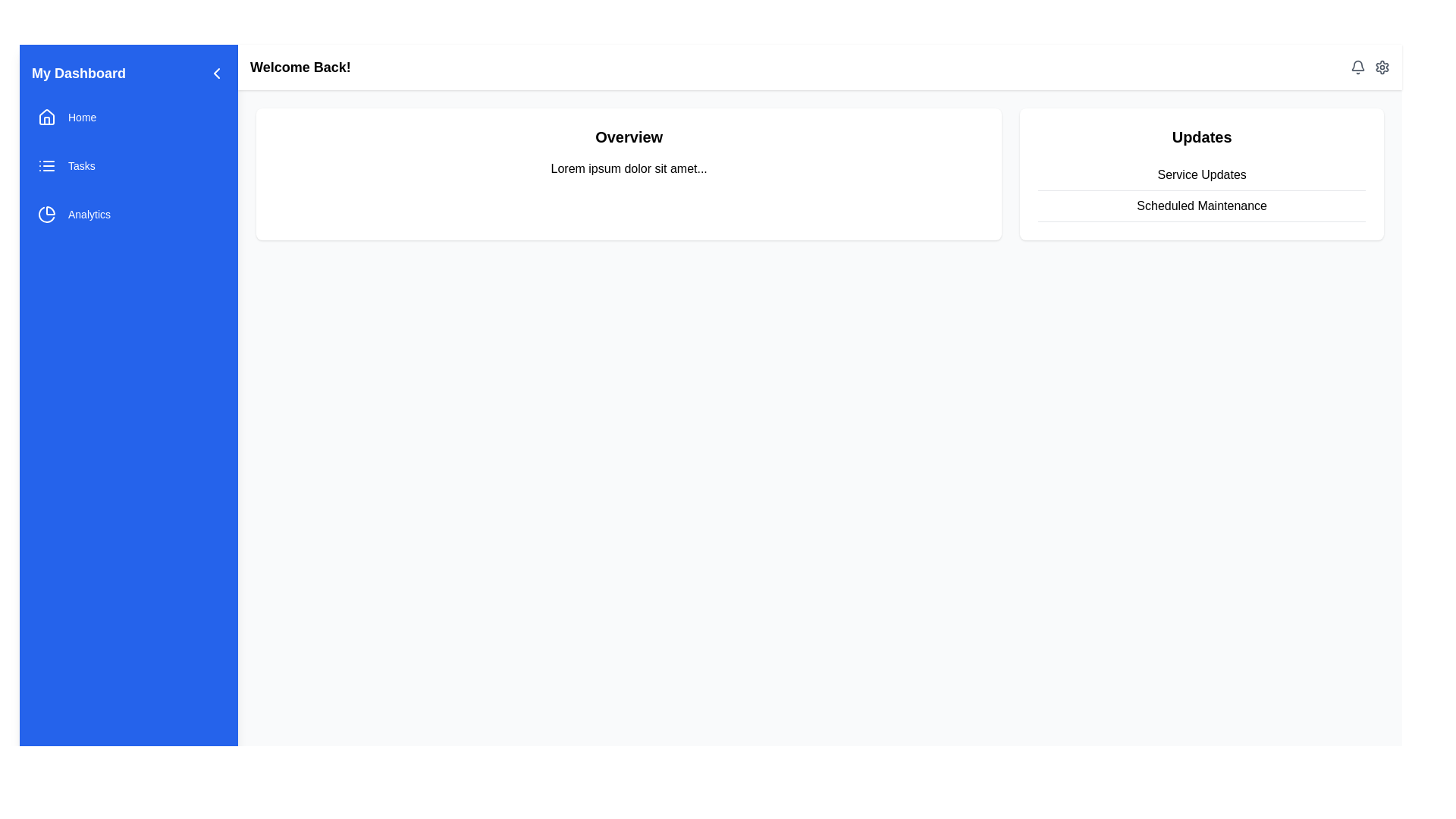 The image size is (1456, 819). Describe the element at coordinates (47, 116) in the screenshot. I see `the small house-shaped icon located on the left-hand menu bar, above the 'Tasks' and 'Analytics' entries, which is part of the 'Home' menu item` at that location.